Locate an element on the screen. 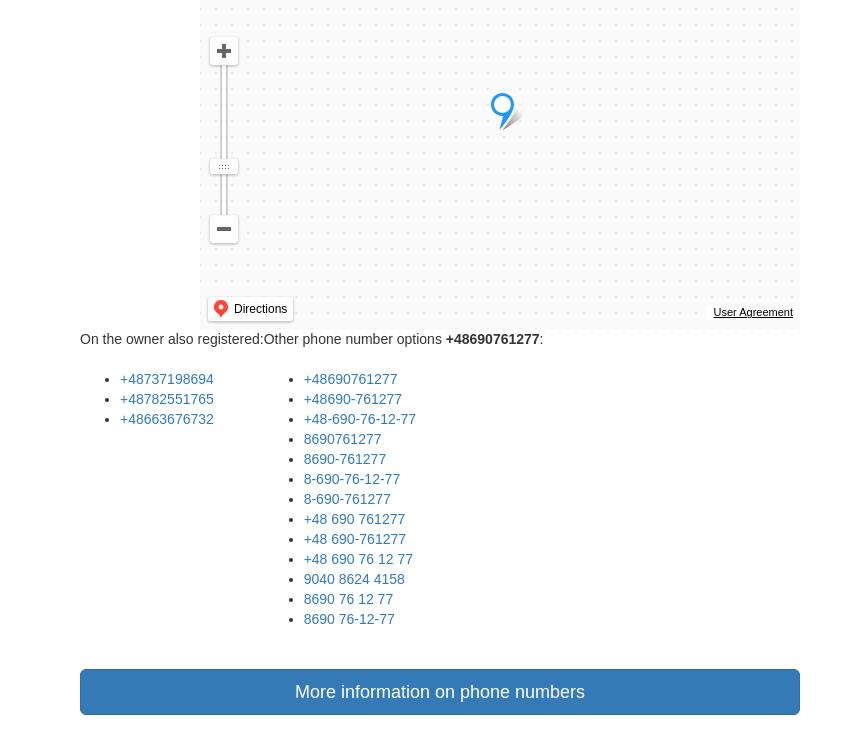  '+48663676732' is located at coordinates (119, 418).